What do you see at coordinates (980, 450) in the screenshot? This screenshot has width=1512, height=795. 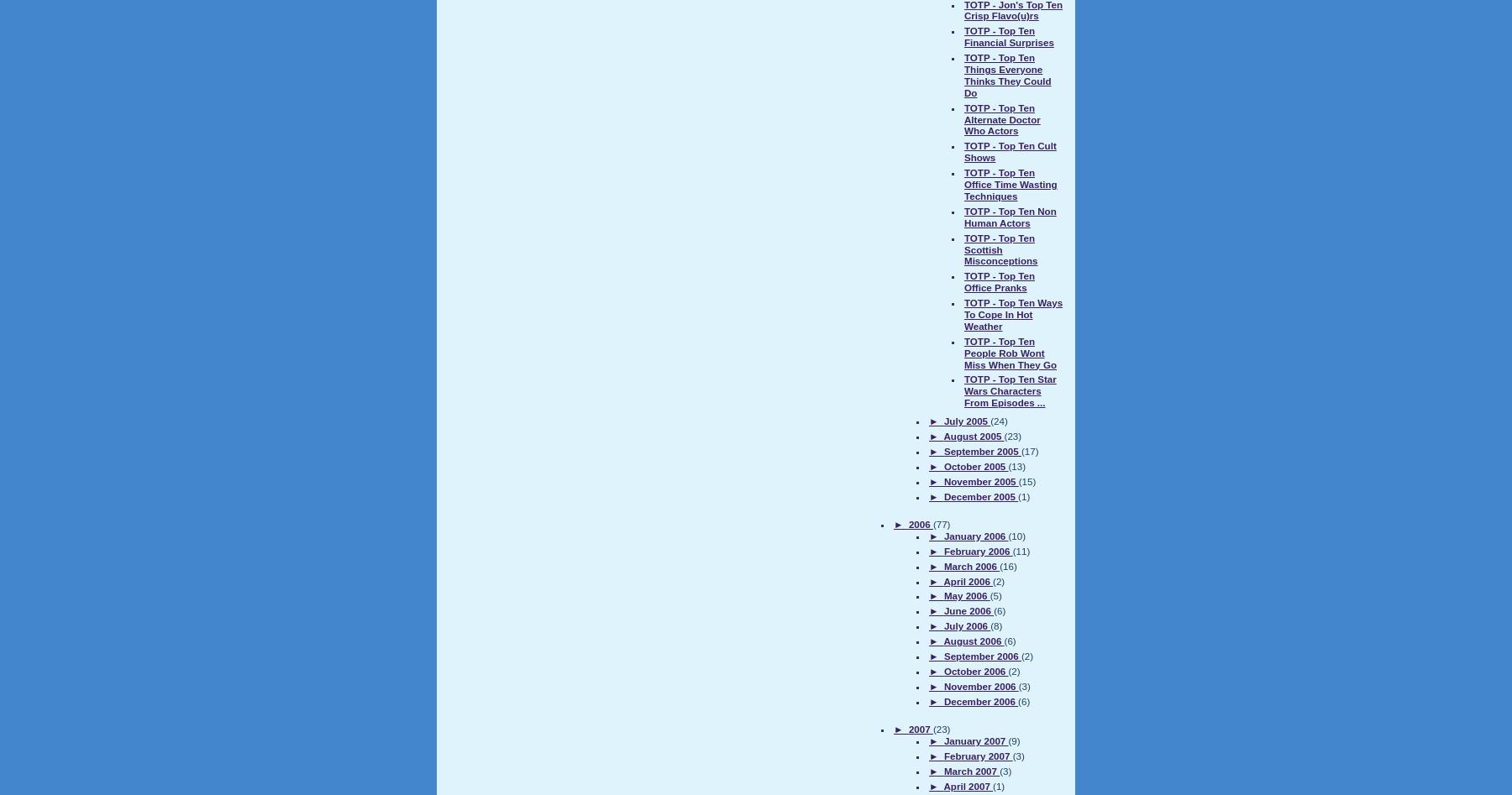 I see `'September 2005'` at bounding box center [980, 450].